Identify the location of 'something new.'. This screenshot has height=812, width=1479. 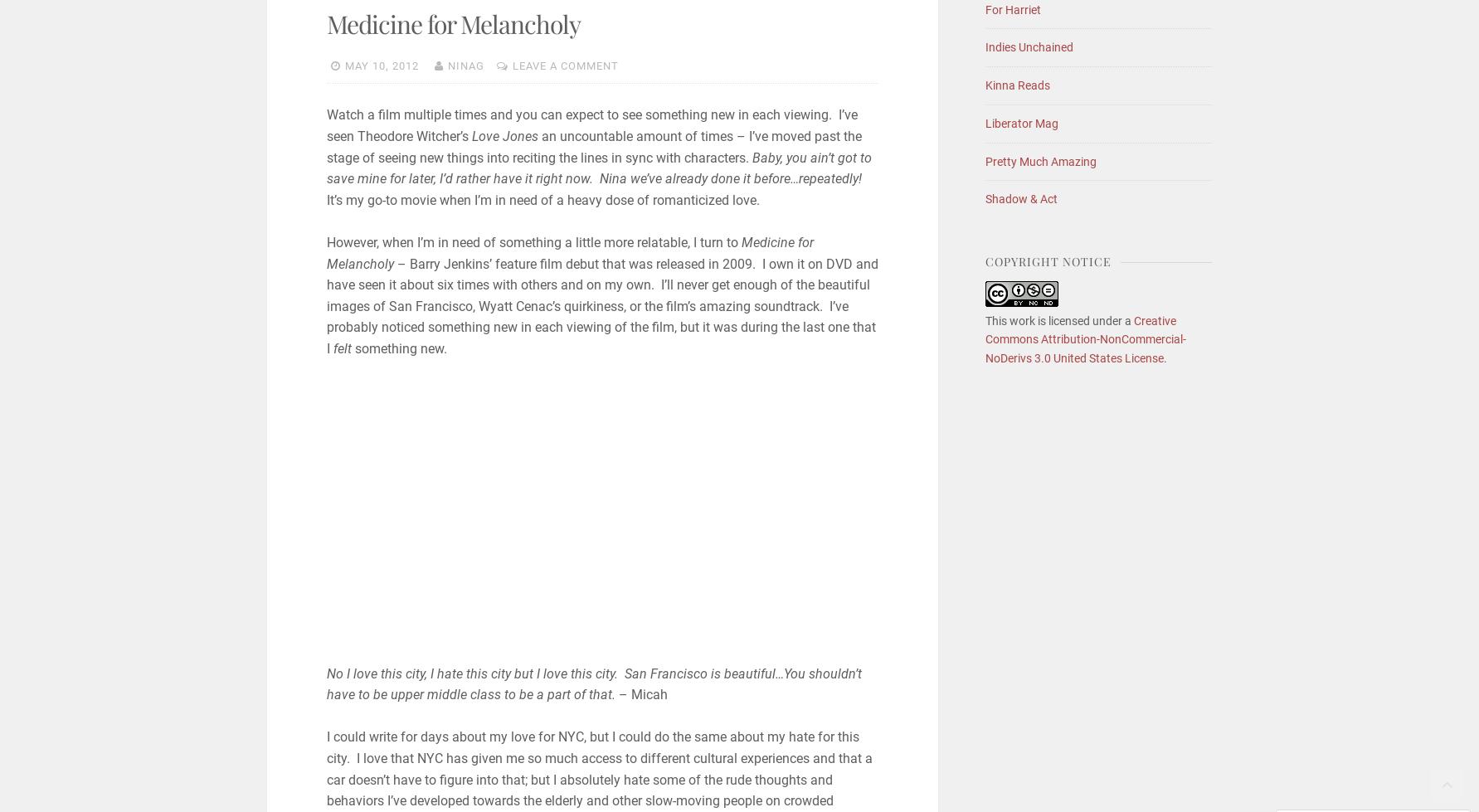
(398, 348).